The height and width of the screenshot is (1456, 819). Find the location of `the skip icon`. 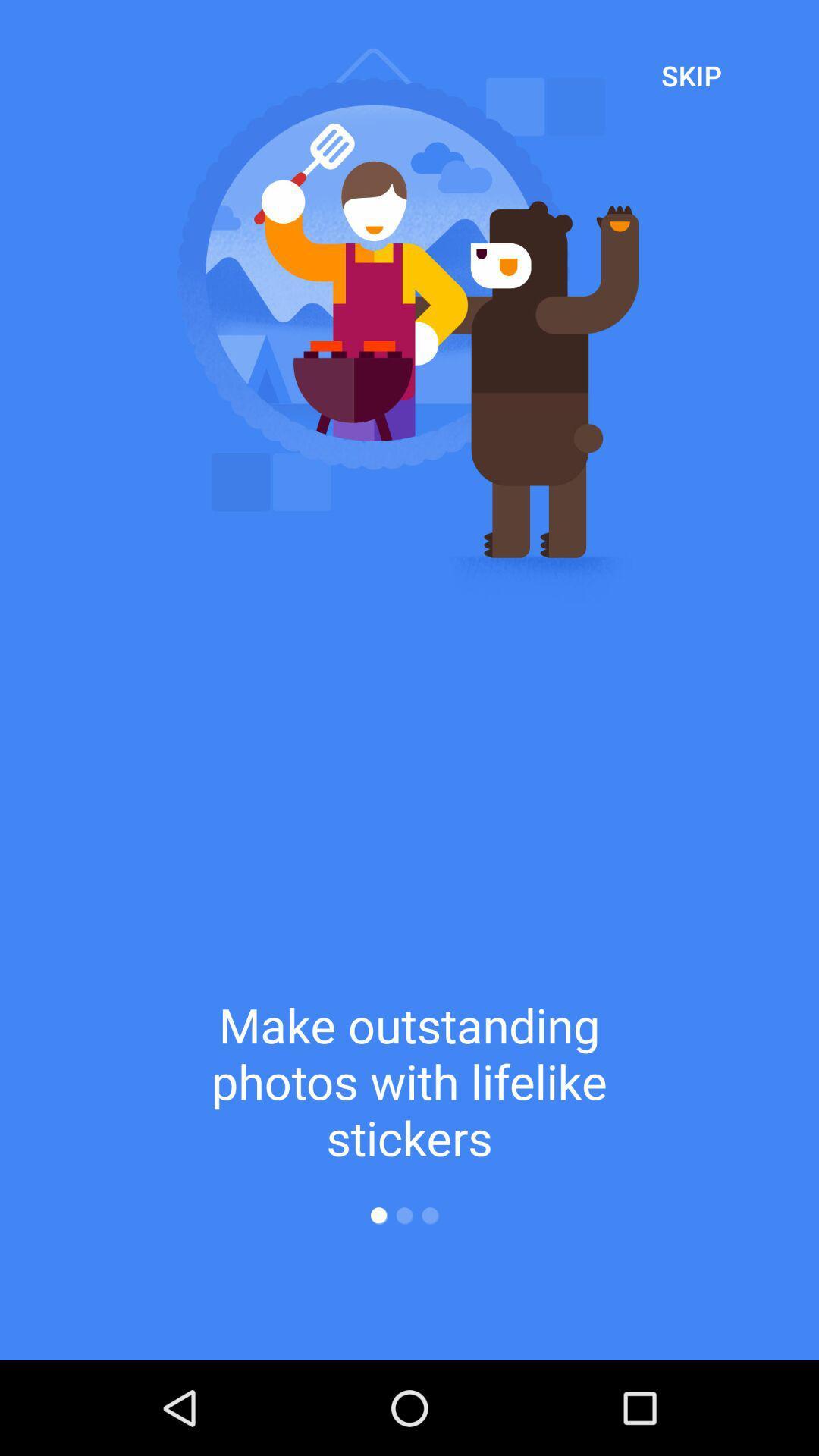

the skip icon is located at coordinates (691, 74).